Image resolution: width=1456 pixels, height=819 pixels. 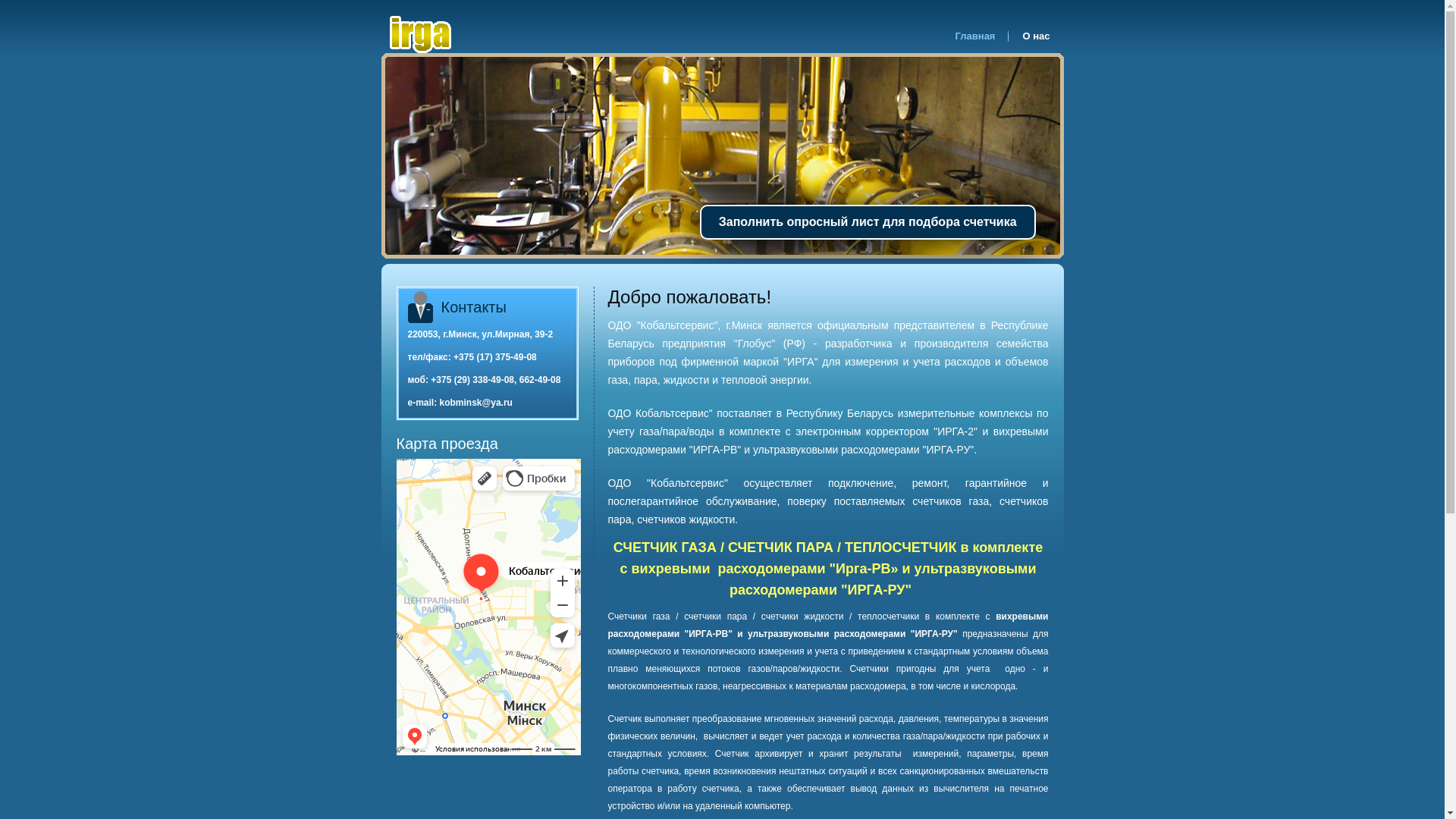 I want to click on 'Irga', so click(x=386, y=34).